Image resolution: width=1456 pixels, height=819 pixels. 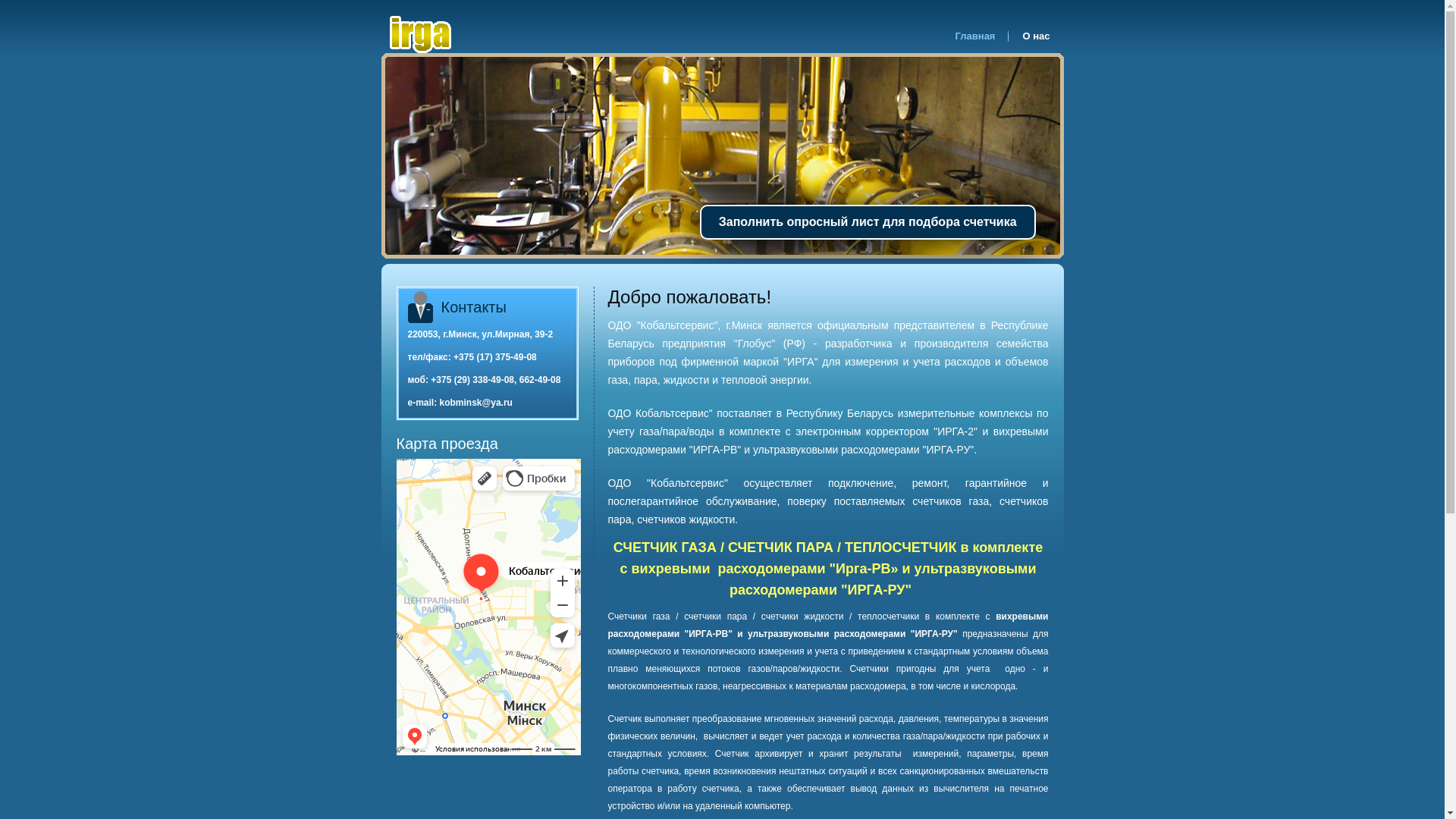 I want to click on 'Irga', so click(x=386, y=34).